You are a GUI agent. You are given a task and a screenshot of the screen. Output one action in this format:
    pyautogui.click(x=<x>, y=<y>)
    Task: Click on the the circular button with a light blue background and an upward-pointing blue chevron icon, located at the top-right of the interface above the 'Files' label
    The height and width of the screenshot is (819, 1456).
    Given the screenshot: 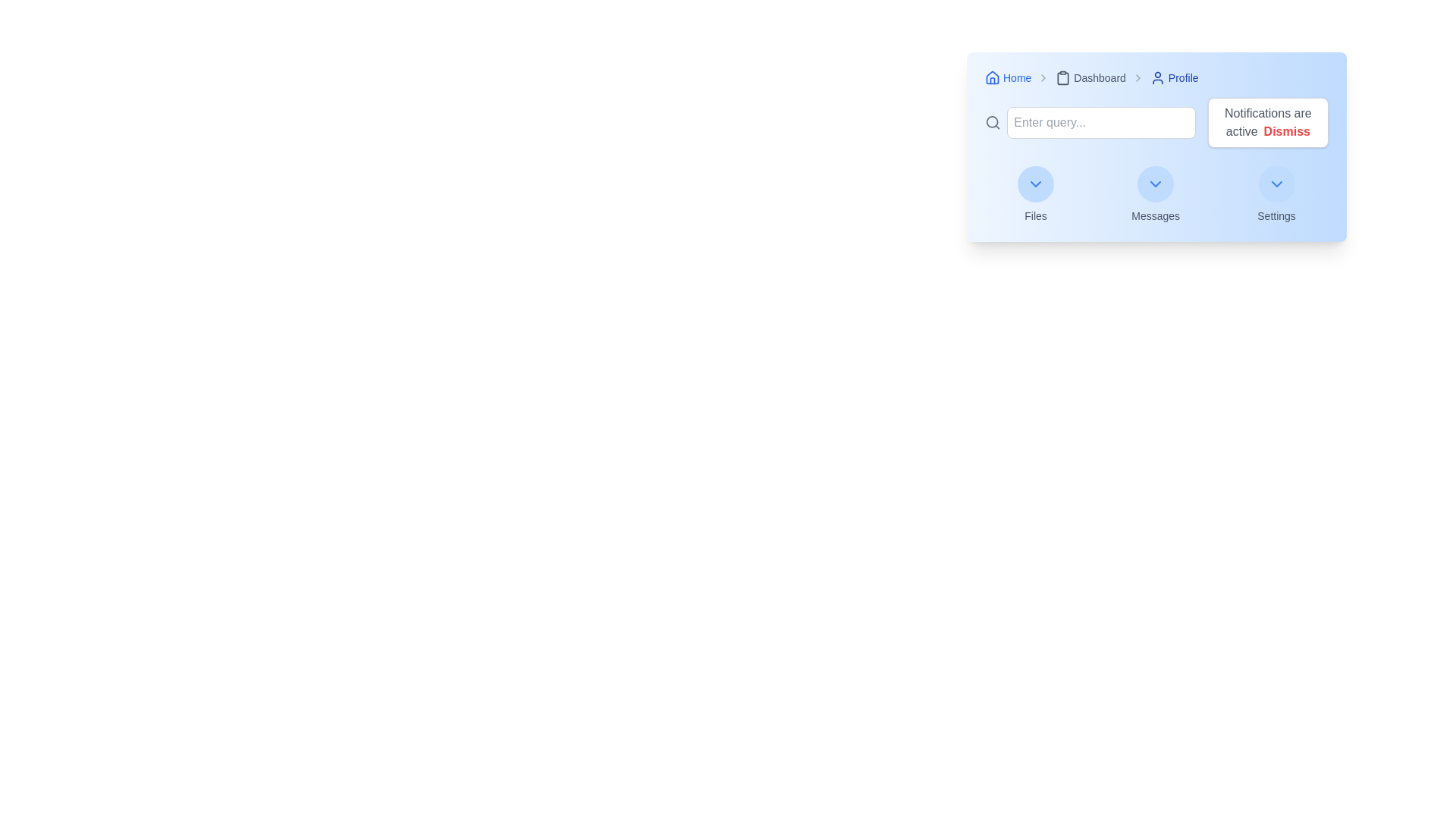 What is the action you would take?
    pyautogui.click(x=1035, y=184)
    